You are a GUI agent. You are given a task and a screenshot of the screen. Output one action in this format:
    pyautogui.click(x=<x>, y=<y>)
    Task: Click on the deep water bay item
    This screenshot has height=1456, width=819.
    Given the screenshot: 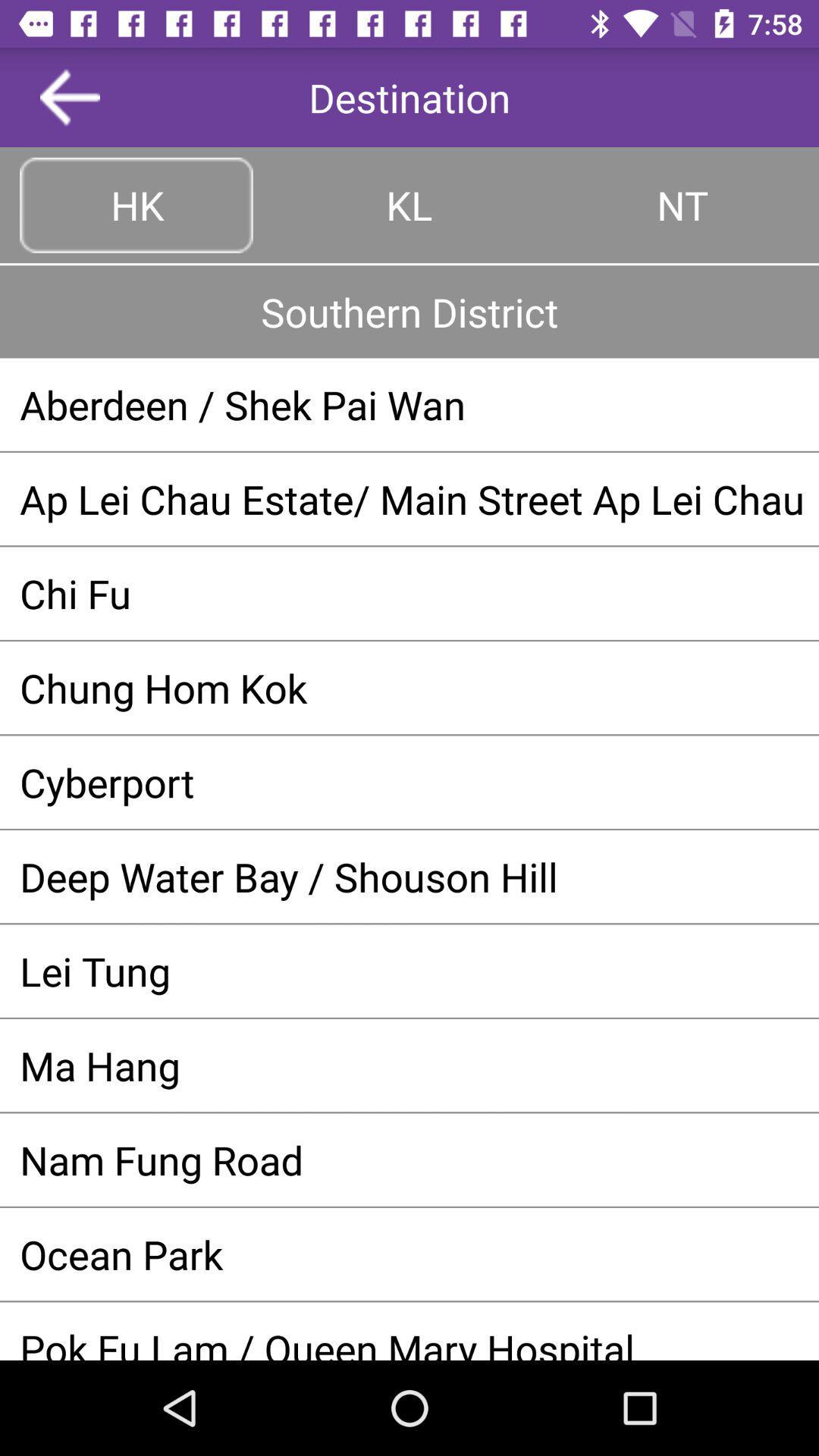 What is the action you would take?
    pyautogui.click(x=409, y=877)
    